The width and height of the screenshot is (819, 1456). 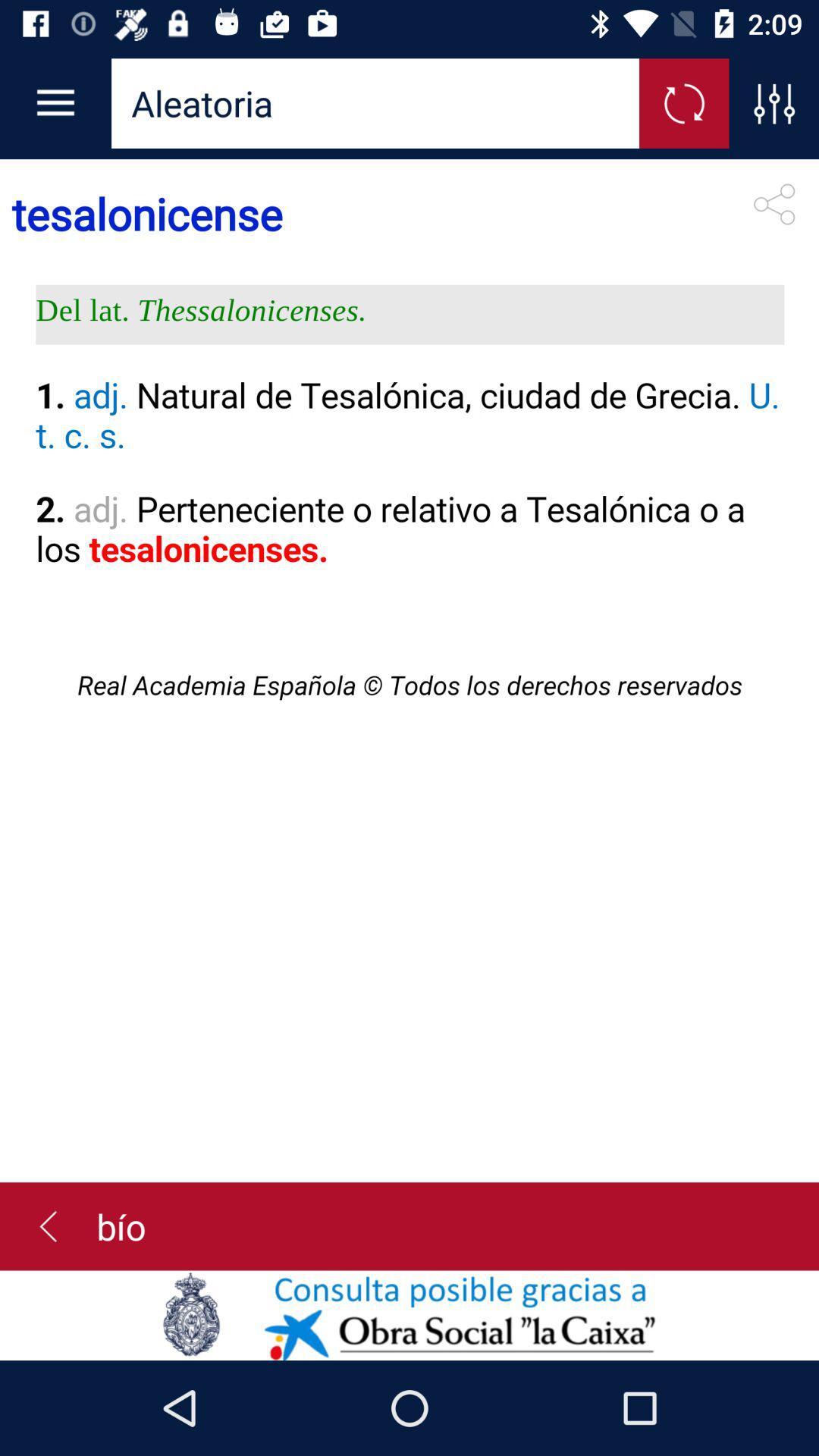 What do you see at coordinates (773, 203) in the screenshot?
I see `the share icon` at bounding box center [773, 203].